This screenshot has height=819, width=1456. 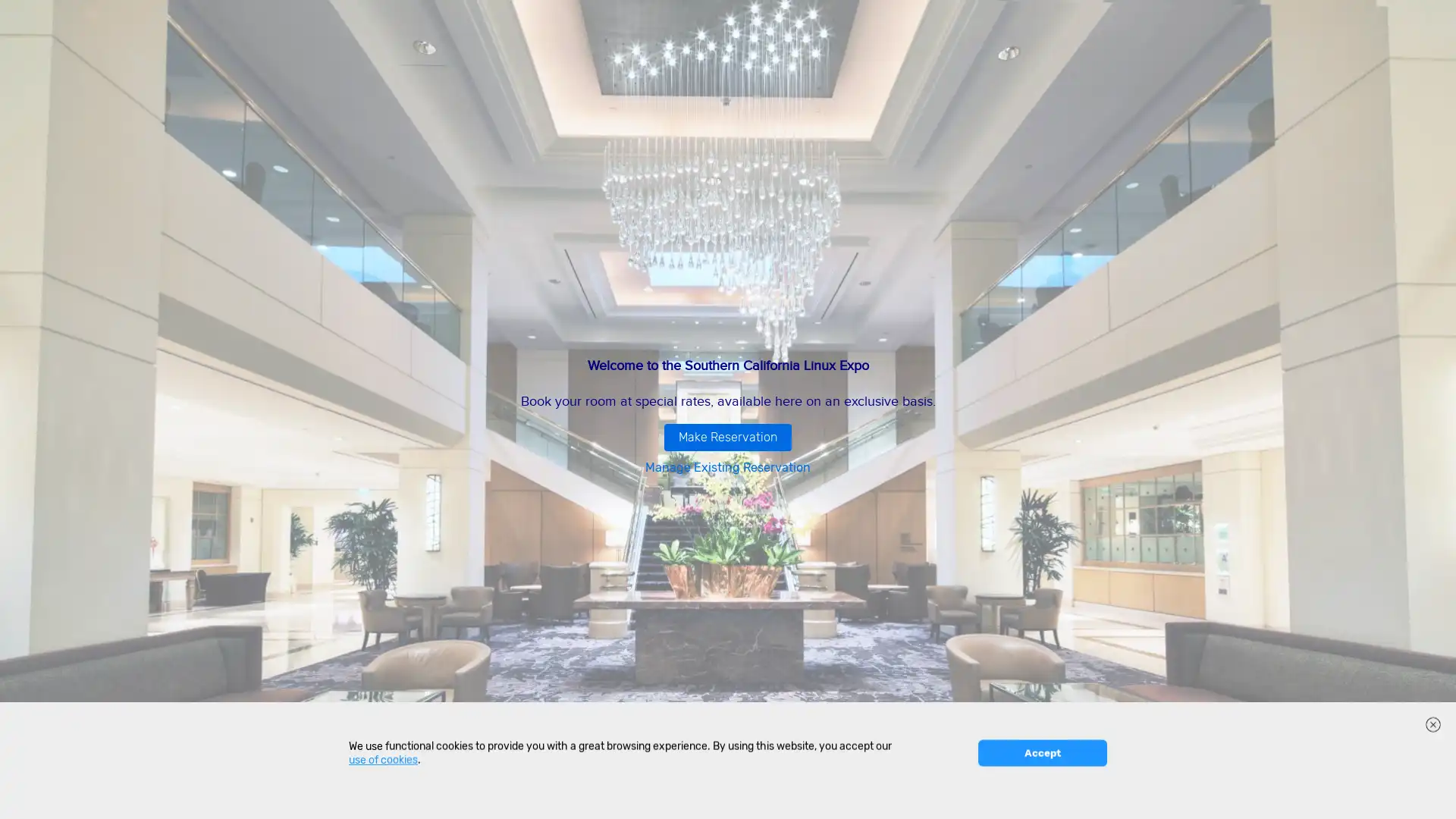 What do you see at coordinates (1041, 796) in the screenshot?
I see `Accept` at bounding box center [1041, 796].